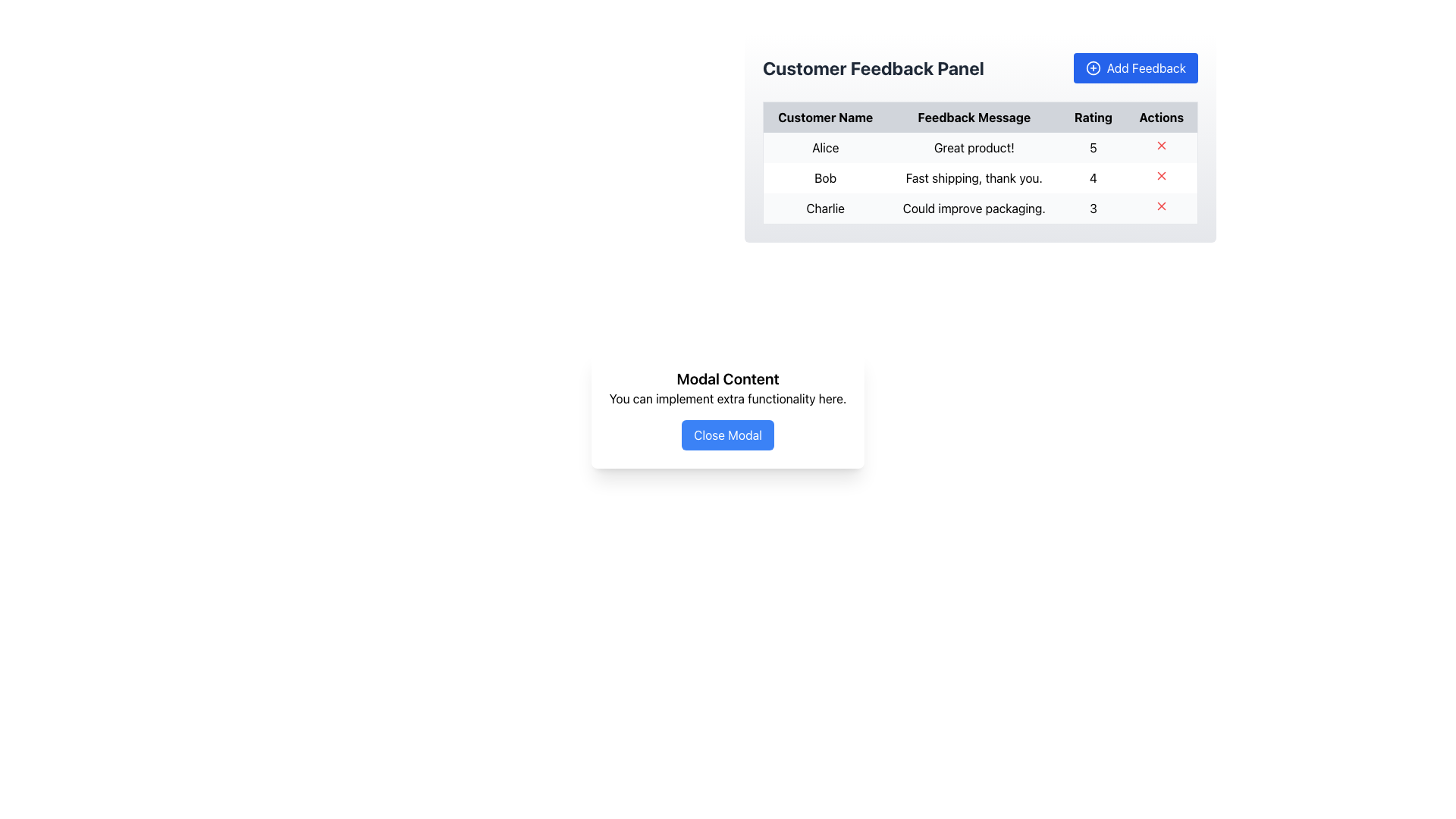 The height and width of the screenshot is (819, 1456). What do you see at coordinates (974, 116) in the screenshot?
I see `the header element that labels the column containing customer feedback messages, positioned between the 'Customer Name' and 'Rating' column headers in the table` at bounding box center [974, 116].